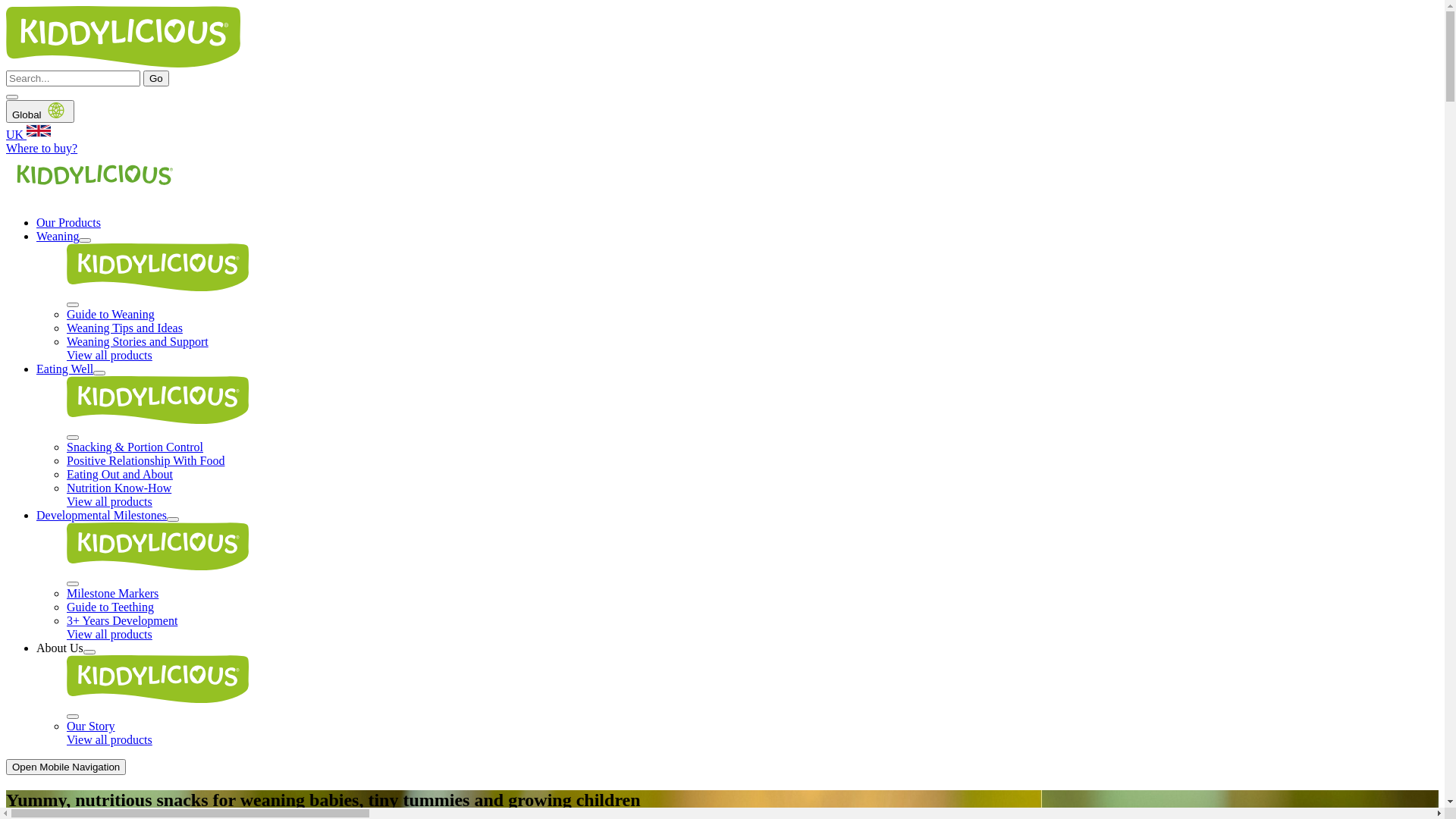 This screenshot has height=819, width=1456. I want to click on 'Weaning Tips and Ideas', so click(124, 327).